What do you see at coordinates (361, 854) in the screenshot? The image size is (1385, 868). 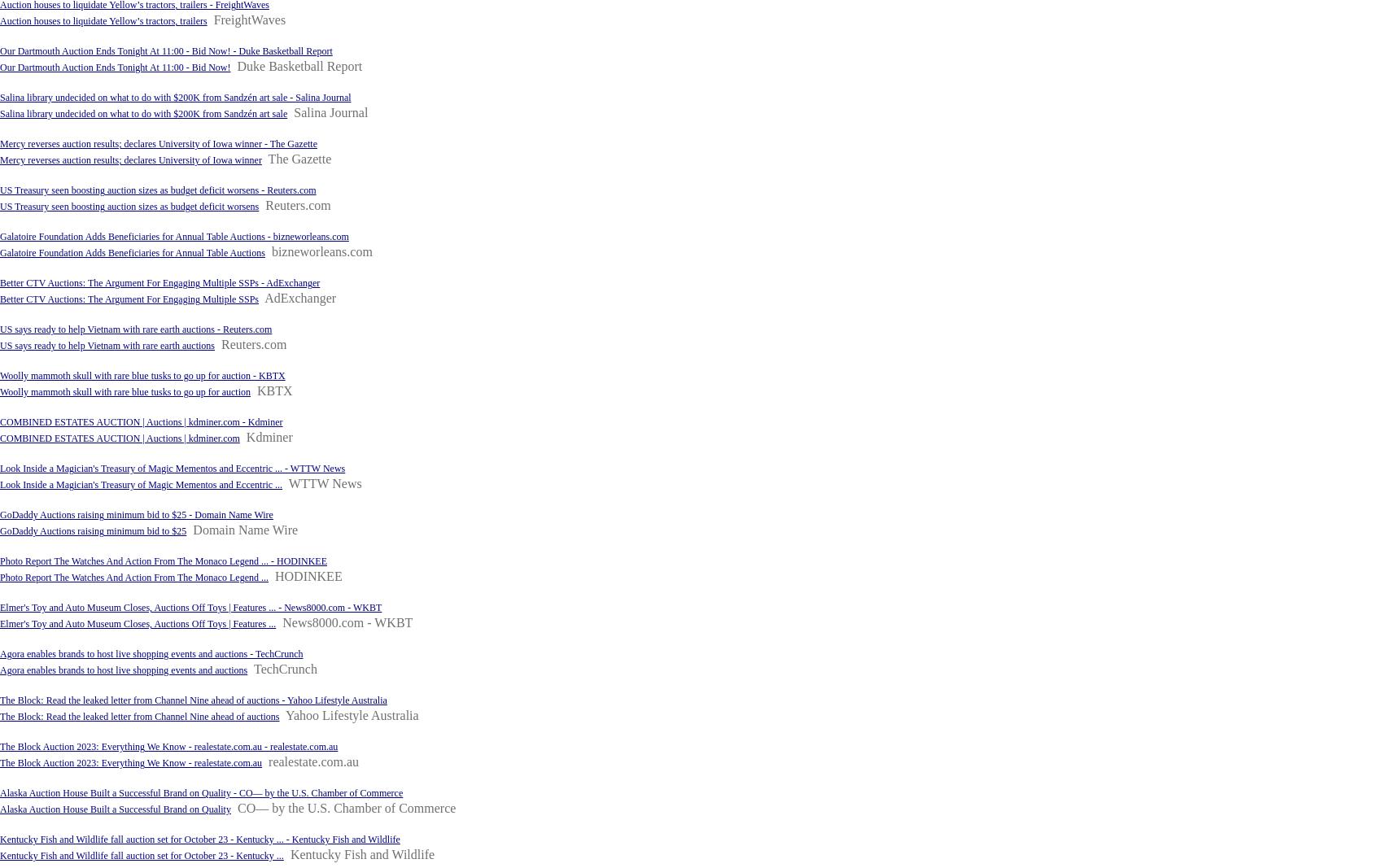 I see `'Kentucky Fish and Wildlife'` at bounding box center [361, 854].